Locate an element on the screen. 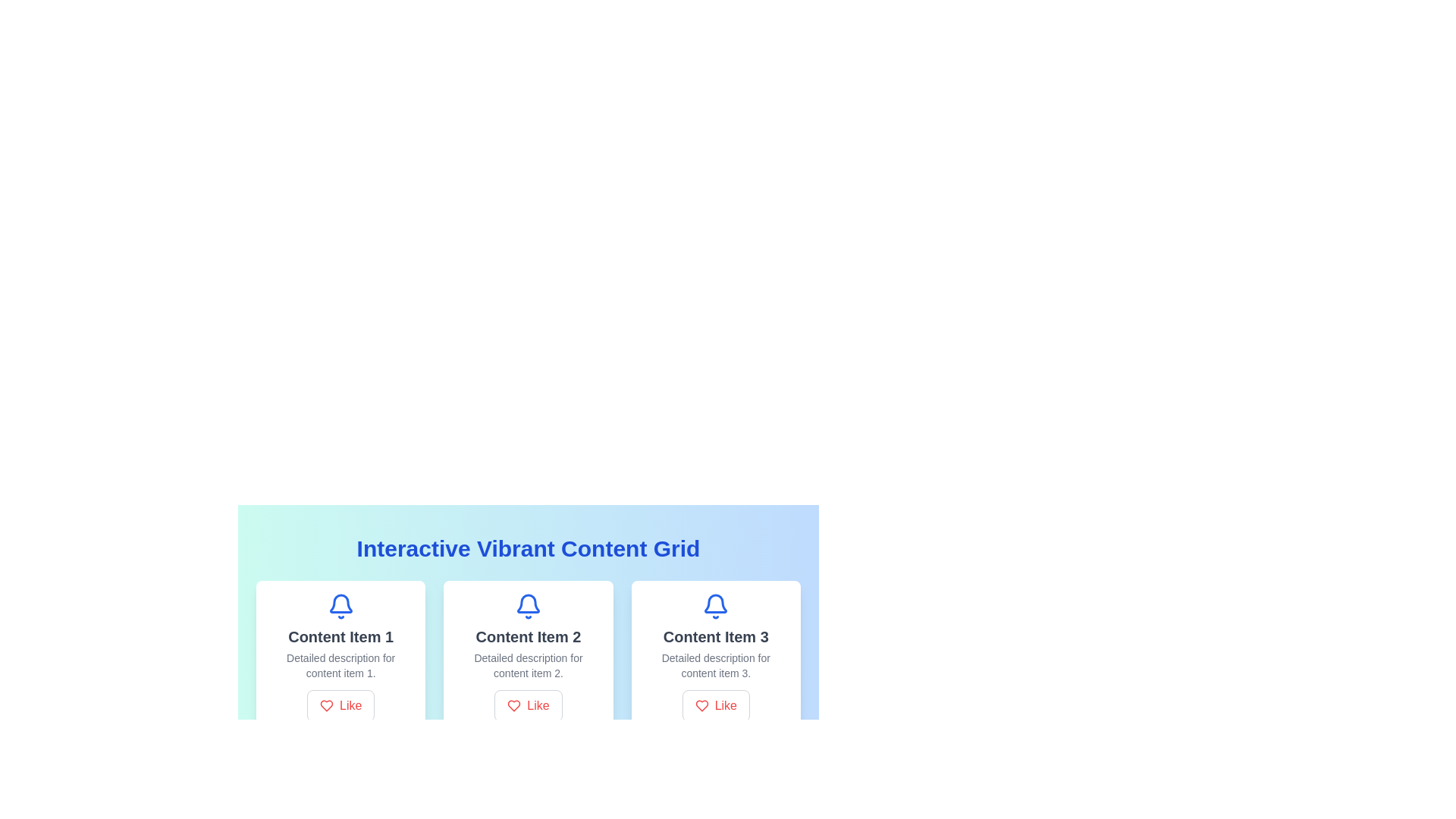  the Text header displaying 'Interactive Vibrant Content Grid' in bold, large-sized, centered, blue font against a gradient background is located at coordinates (528, 549).